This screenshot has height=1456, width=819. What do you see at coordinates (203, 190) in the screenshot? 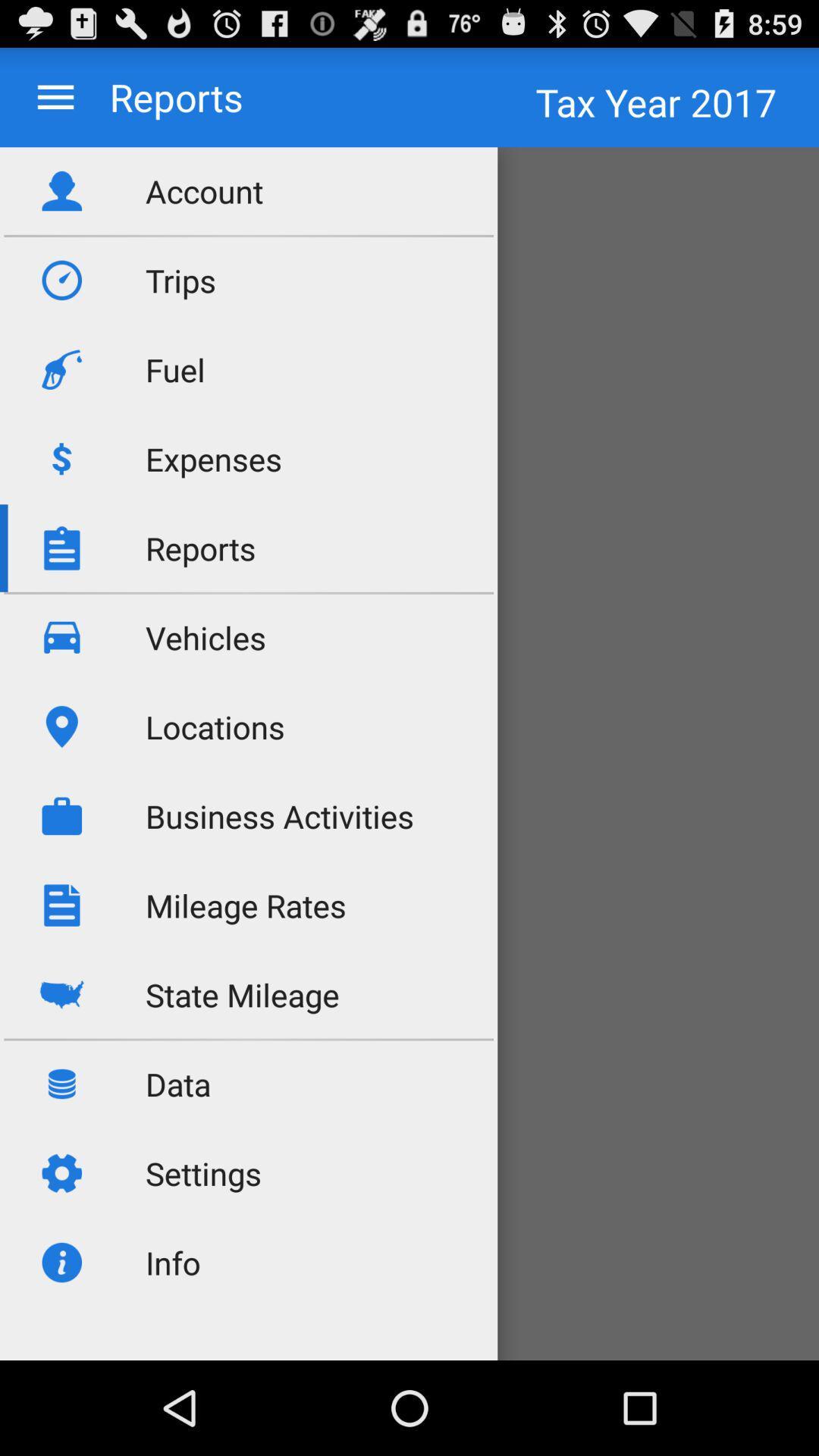
I see `the account icon` at bounding box center [203, 190].